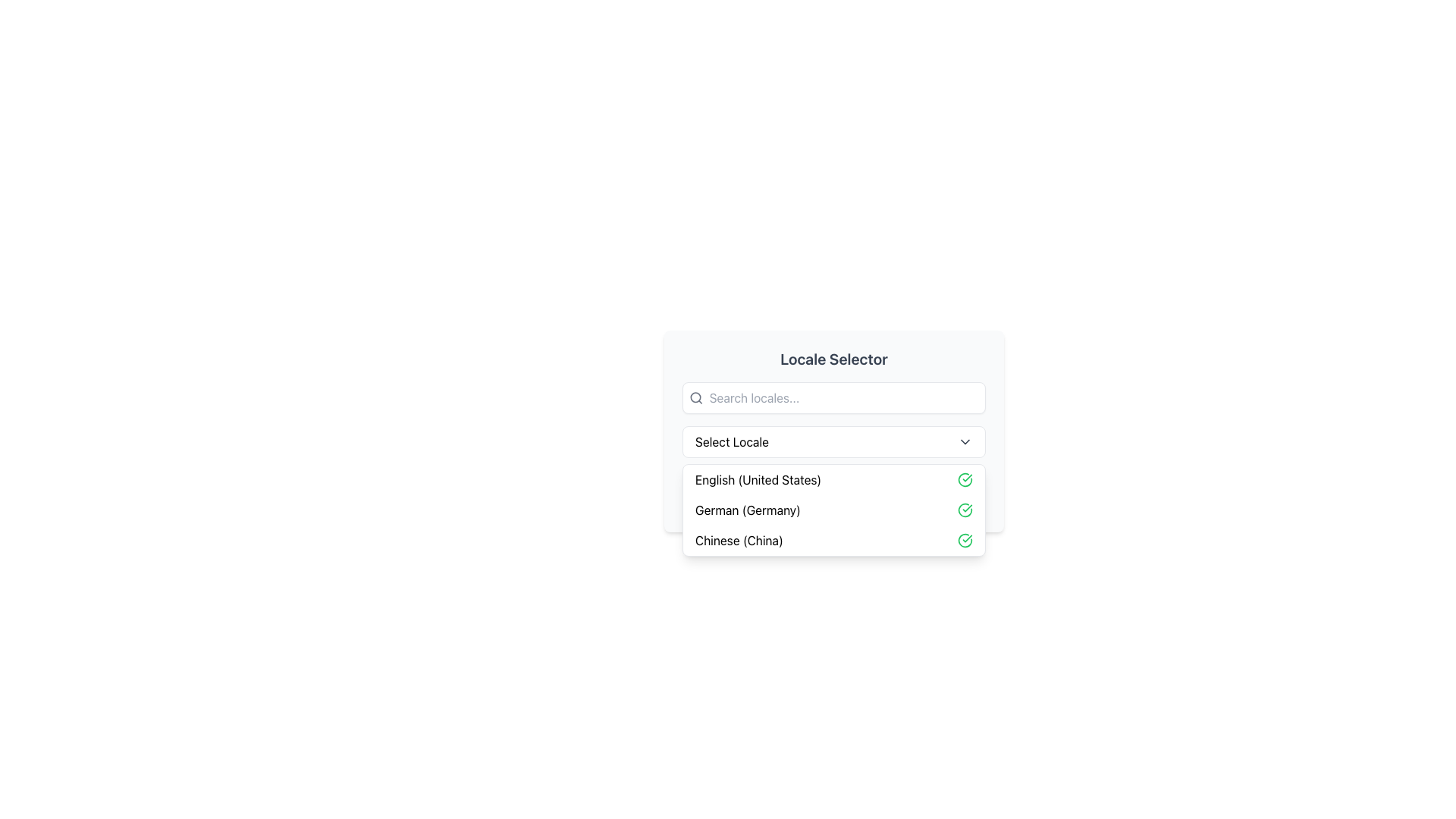 Image resolution: width=1456 pixels, height=819 pixels. What do you see at coordinates (833, 540) in the screenshot?
I see `the selectable list item for 'Chinese (China)' located in the dropdown menu labeled 'Select Locale', which is the third option in the list` at bounding box center [833, 540].